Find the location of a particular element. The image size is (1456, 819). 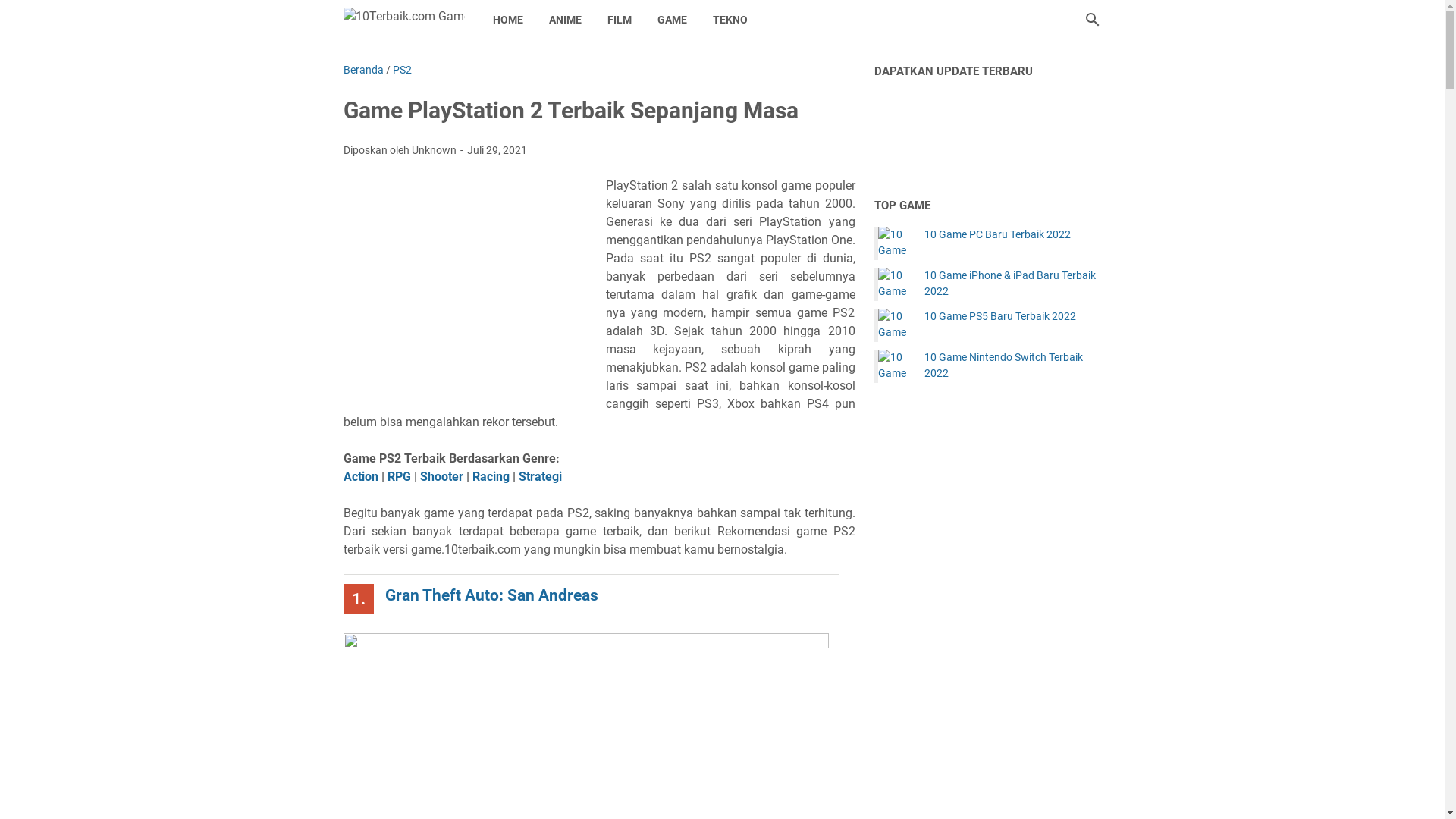

'10Terbaik.com Game' is located at coordinates (403, 20).